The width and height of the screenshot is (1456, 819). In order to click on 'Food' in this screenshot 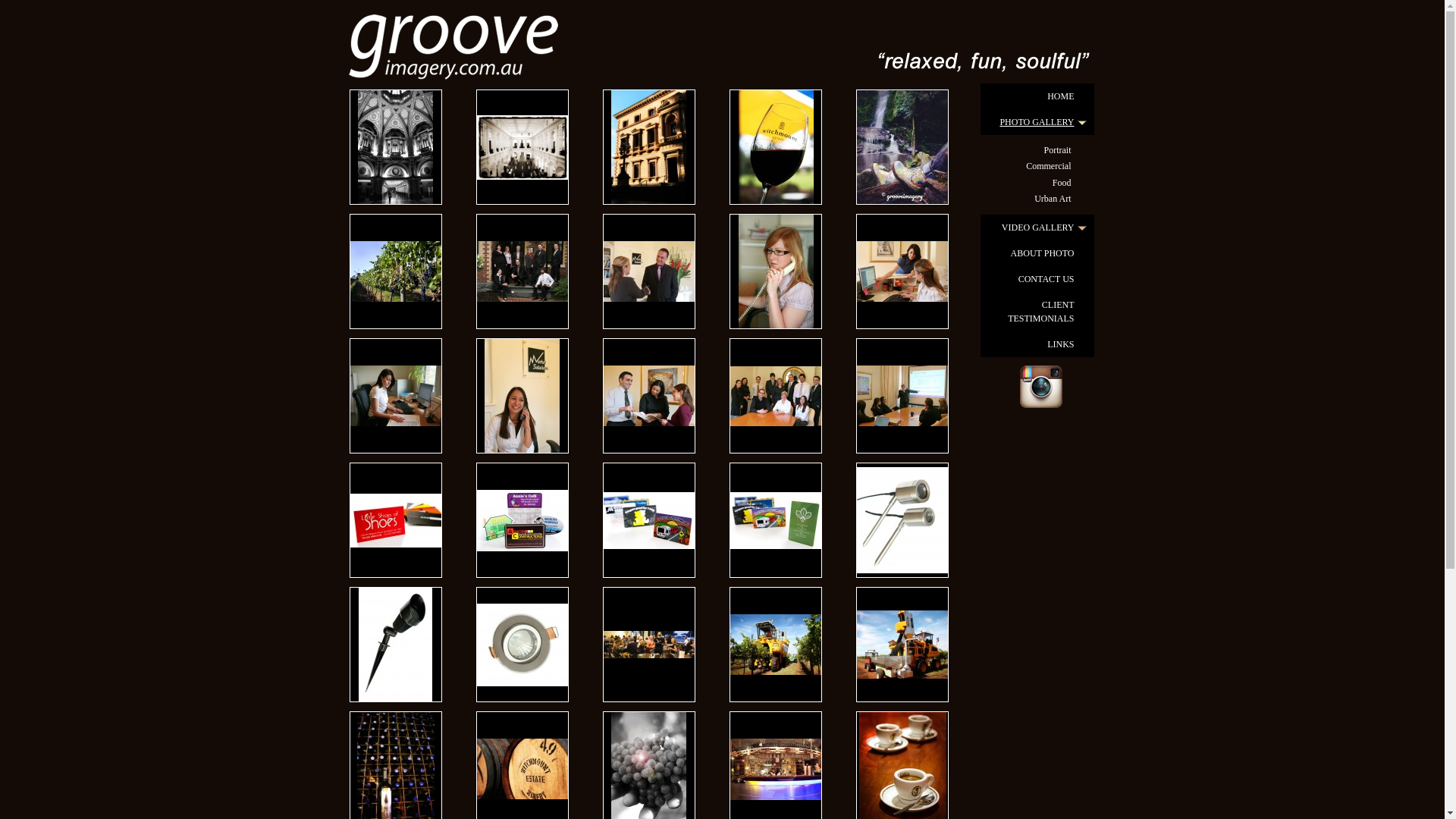, I will do `click(1037, 182)`.